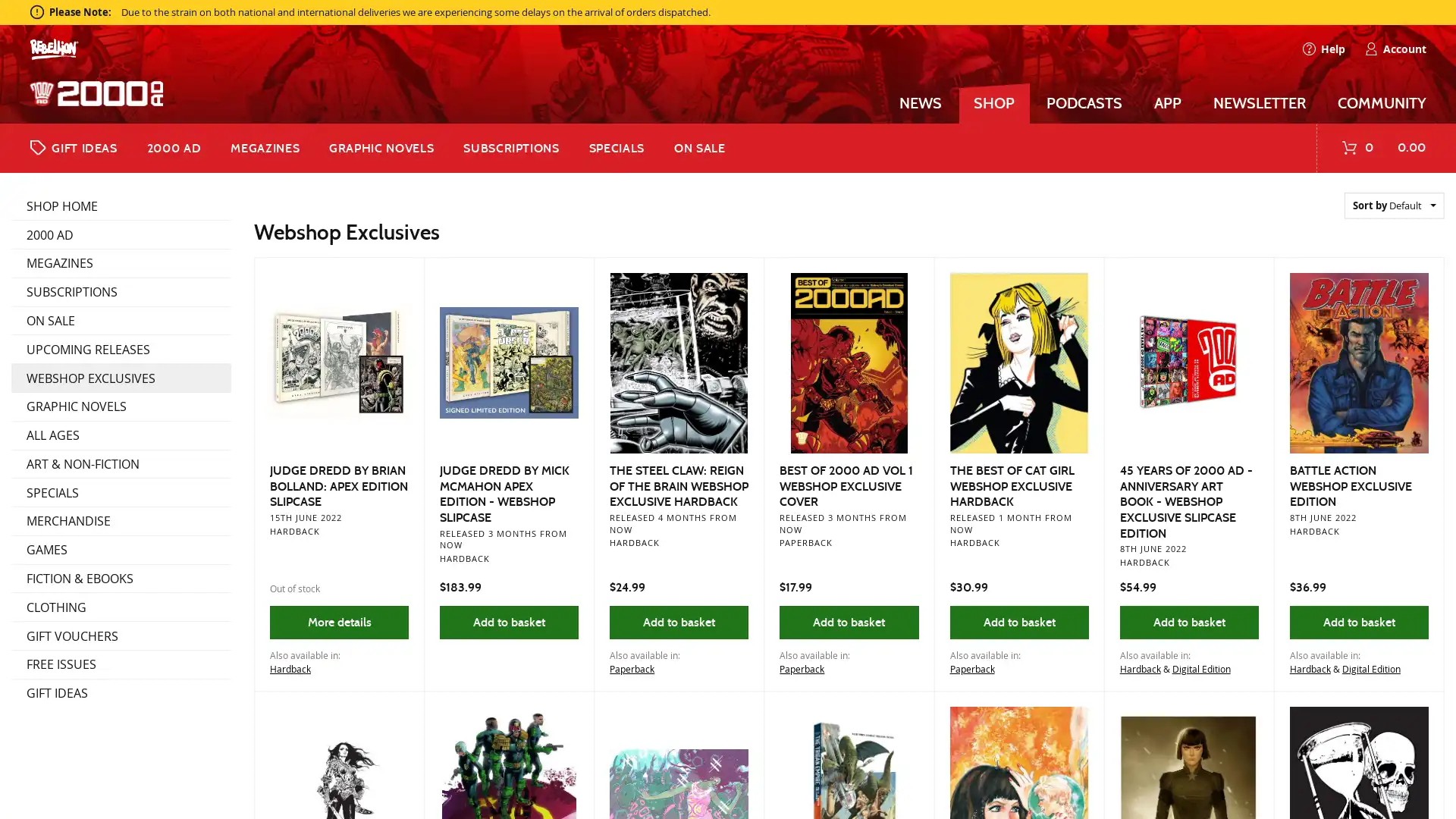  What do you see at coordinates (509, 622) in the screenshot?
I see `Add to basket` at bounding box center [509, 622].